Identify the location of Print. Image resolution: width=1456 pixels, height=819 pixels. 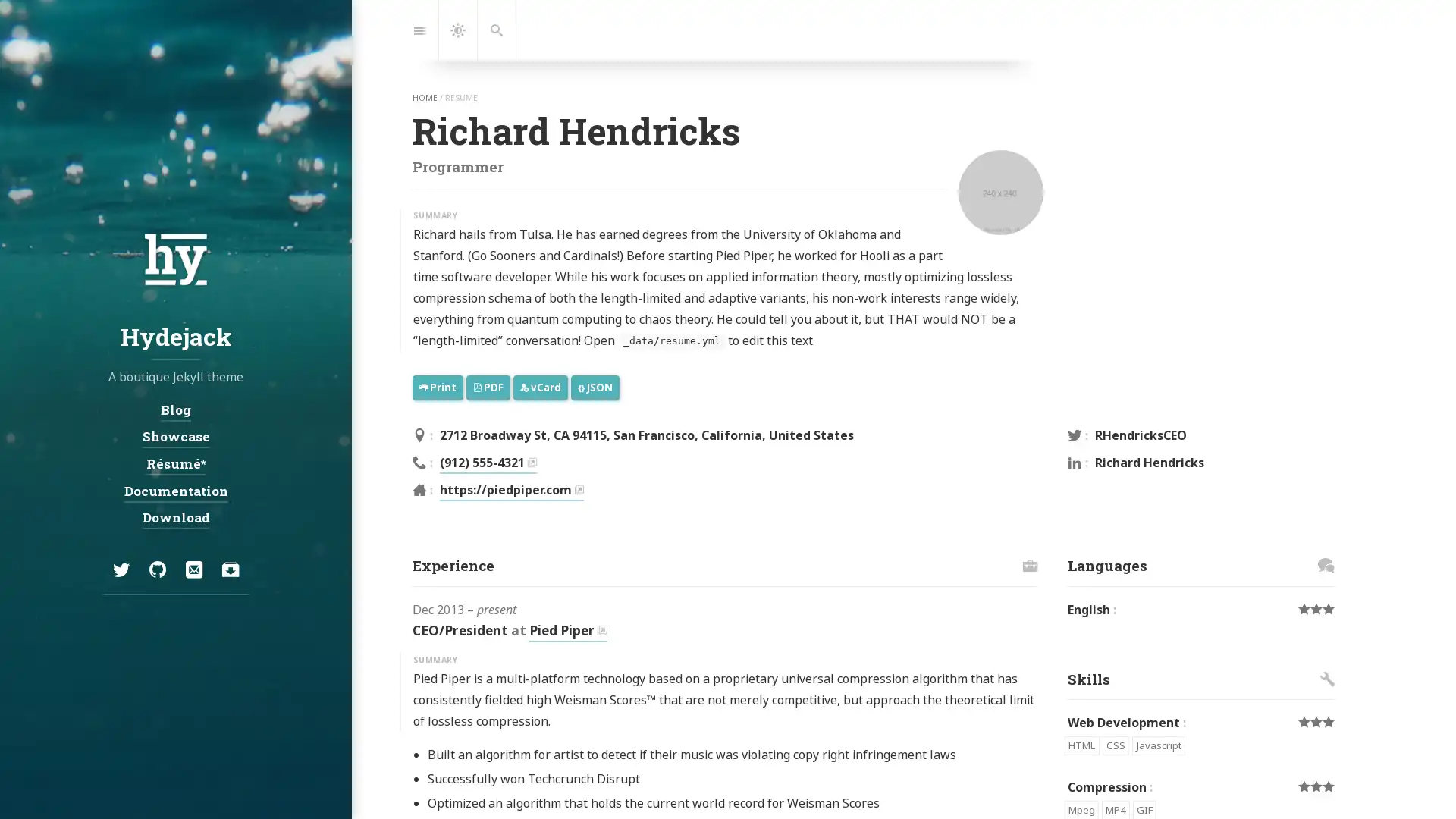
(437, 386).